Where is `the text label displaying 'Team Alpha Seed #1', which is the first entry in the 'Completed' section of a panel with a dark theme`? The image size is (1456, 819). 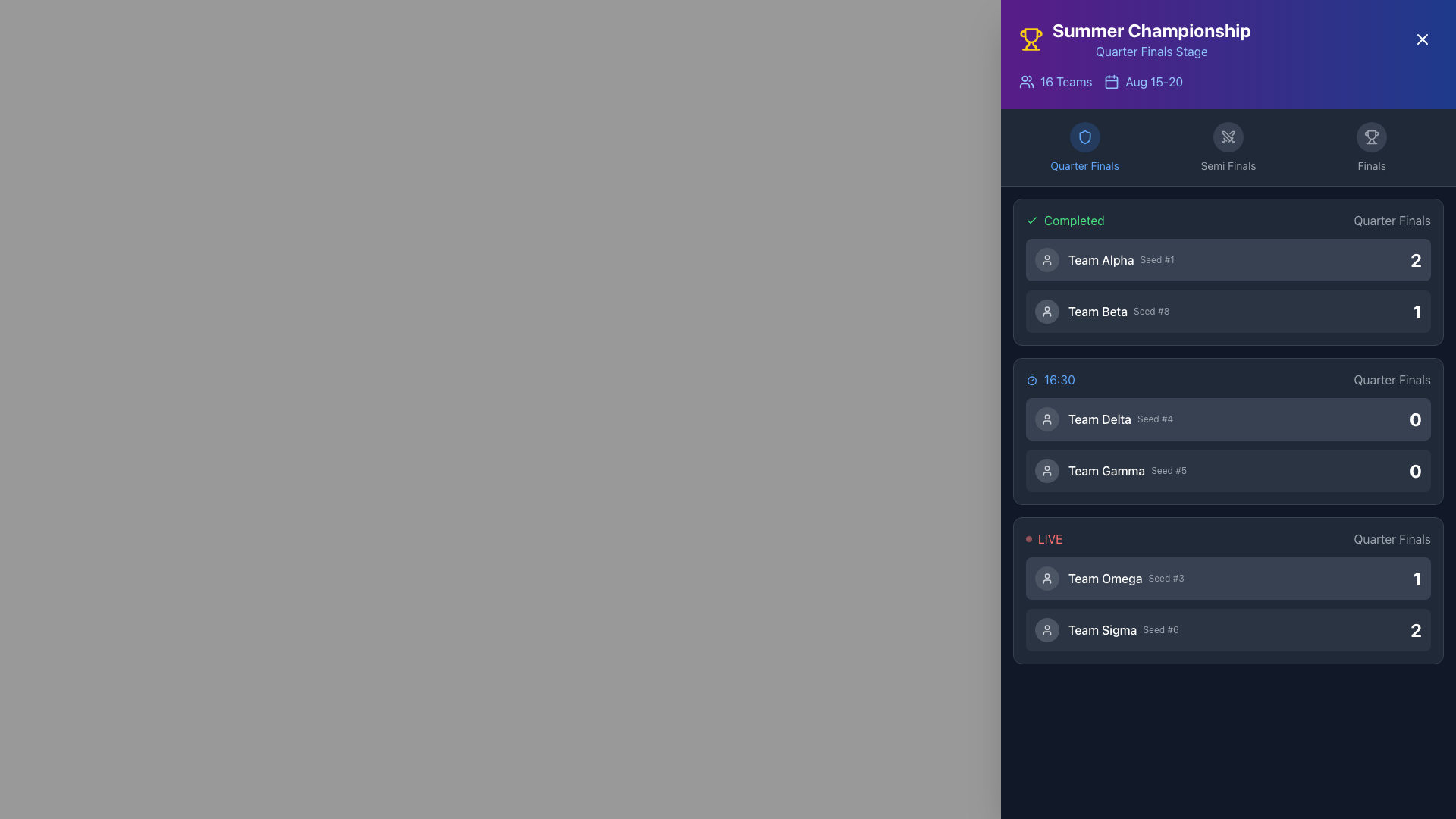
the text label displaying 'Team Alpha Seed #1', which is the first entry in the 'Completed' section of a panel with a dark theme is located at coordinates (1121, 259).